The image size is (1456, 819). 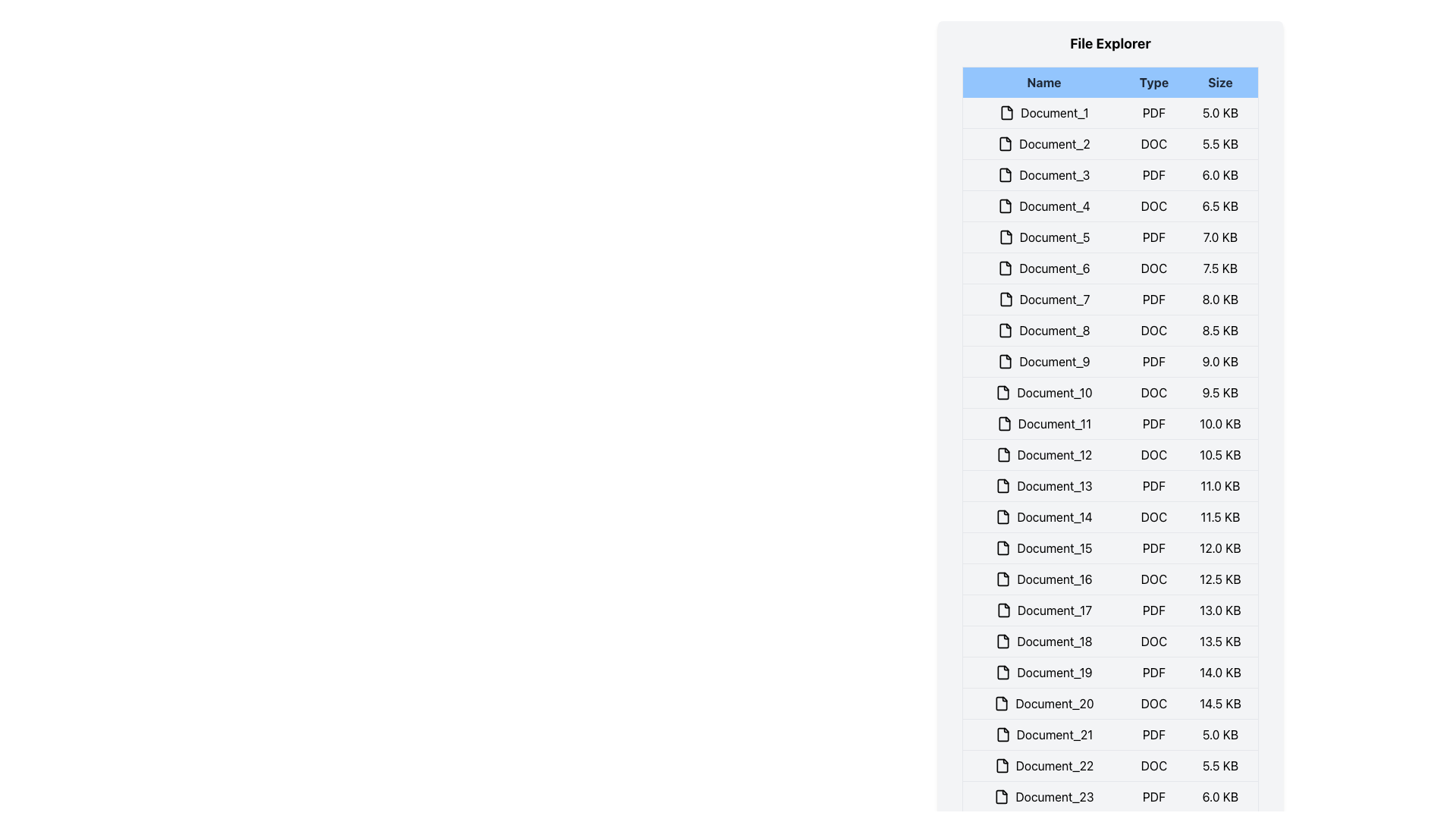 I want to click on the Text label indicating the size of the file 'Document_6' in kilobytes located in the sixth row of the table under the 'Size' column, so click(x=1220, y=268).